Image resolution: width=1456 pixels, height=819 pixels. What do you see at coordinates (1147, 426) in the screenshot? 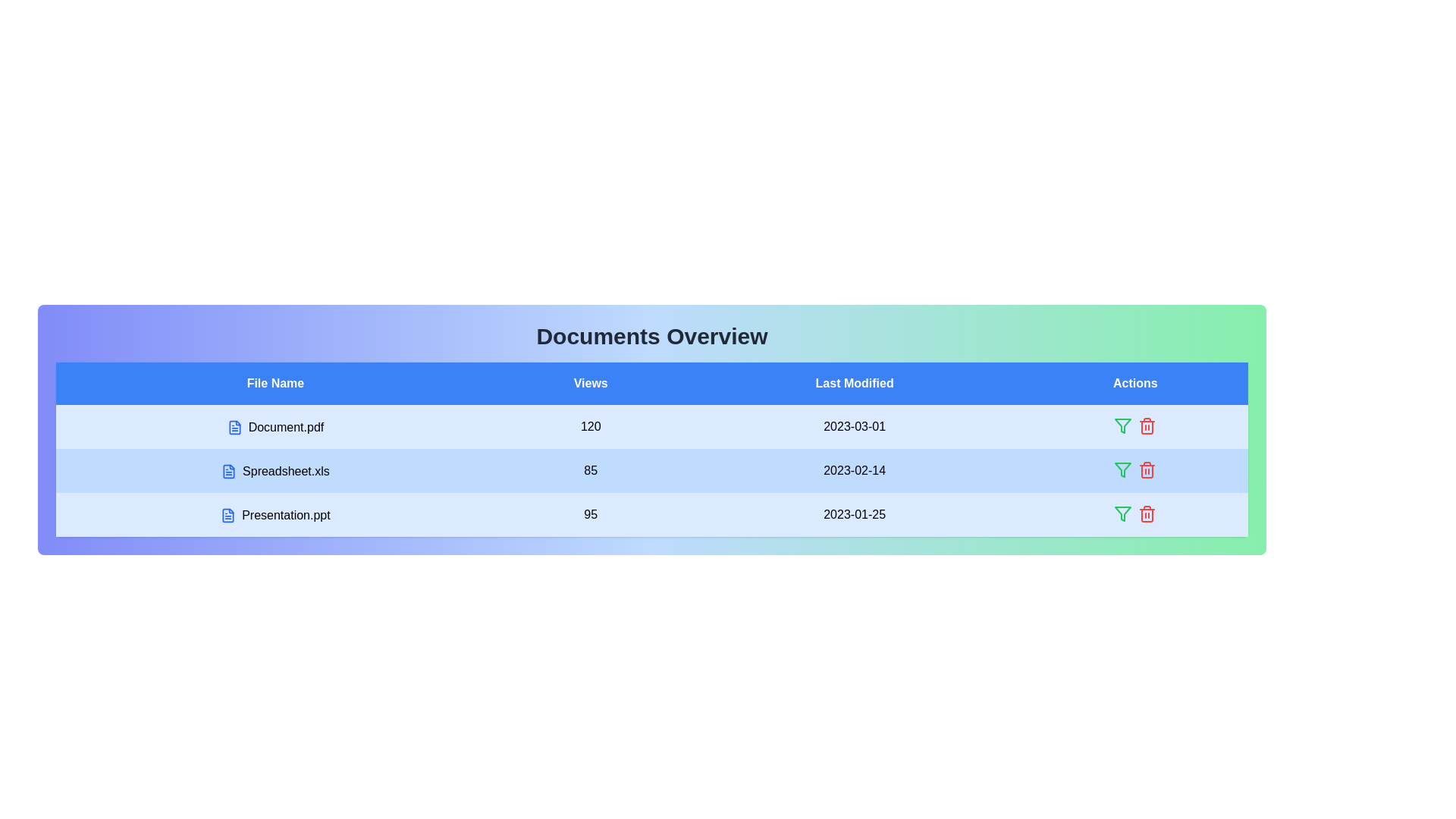
I see `the action icon delete for the row corresponding to Document.pdf` at bounding box center [1147, 426].